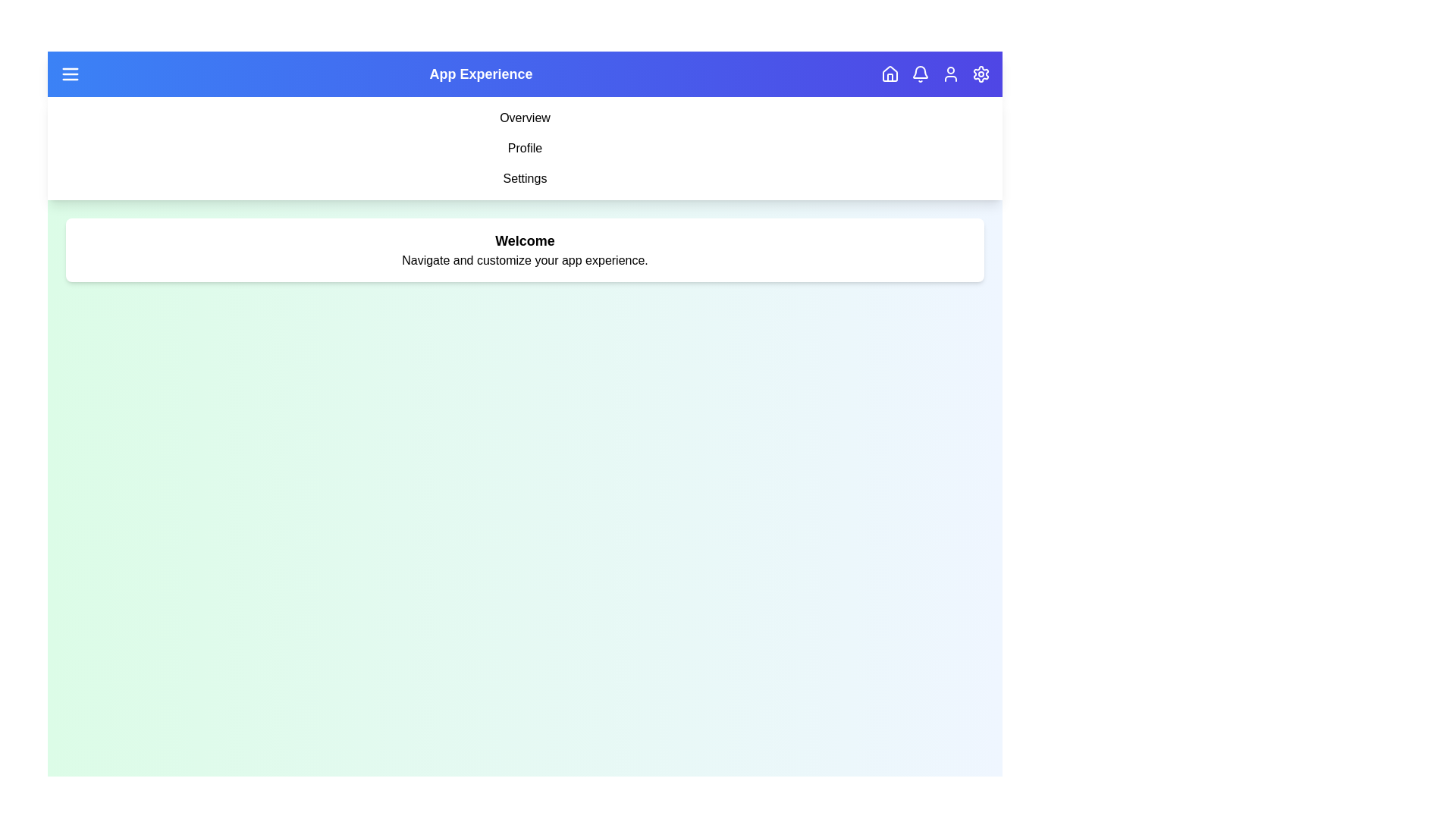  What do you see at coordinates (525, 117) in the screenshot?
I see `the navigation item labeled Overview to navigate to the respective section` at bounding box center [525, 117].